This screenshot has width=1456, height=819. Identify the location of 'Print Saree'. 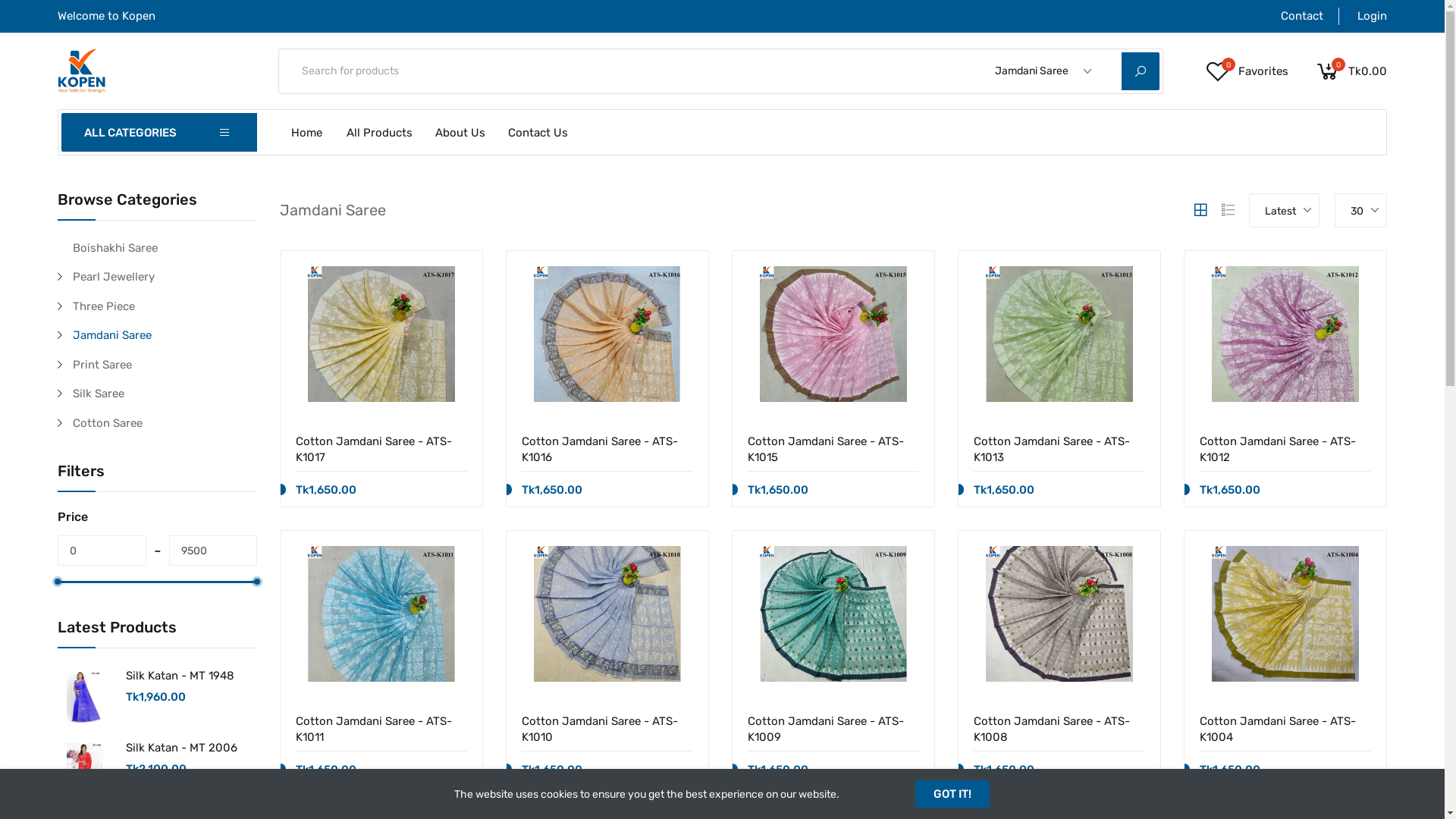
(72, 365).